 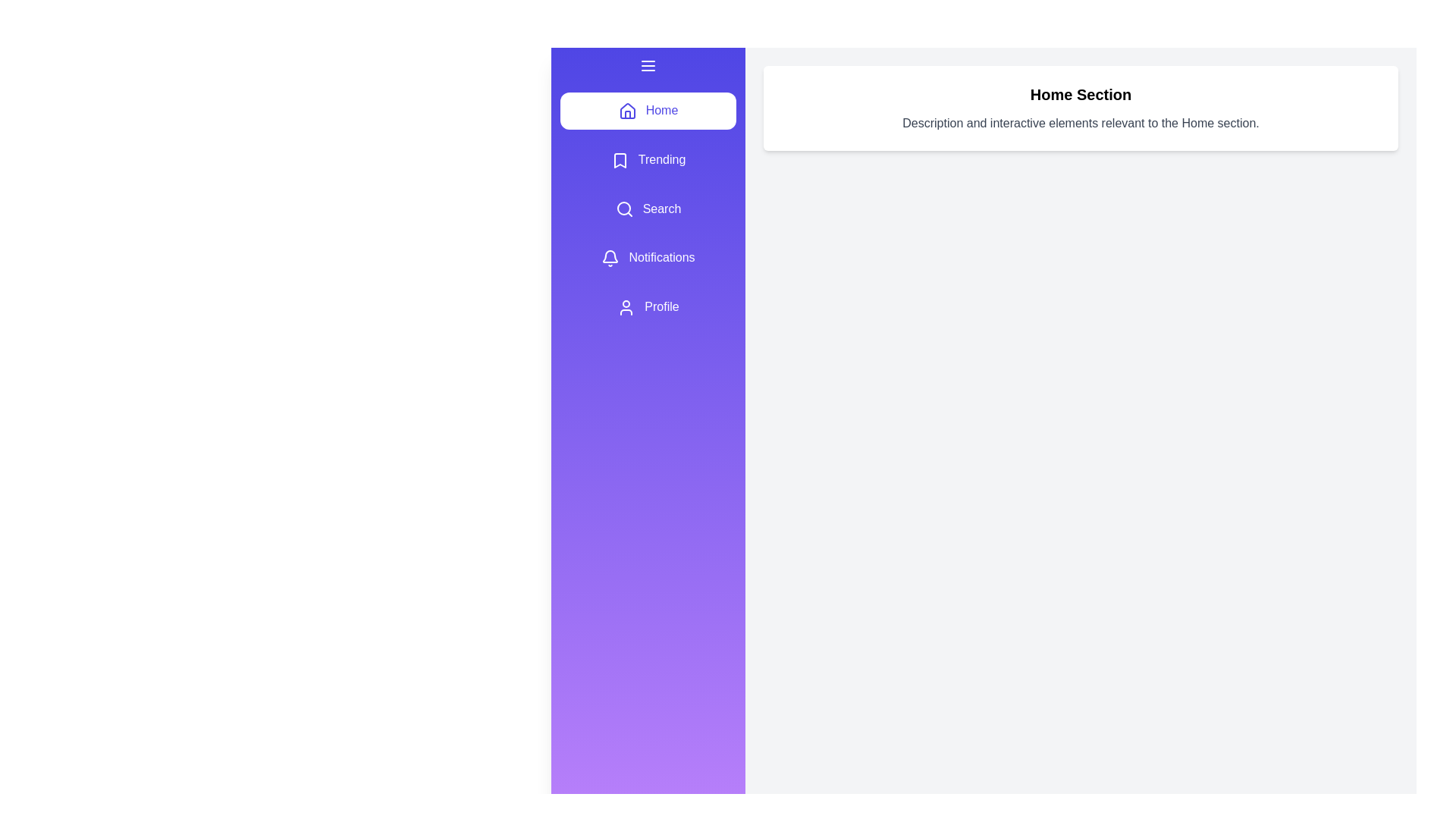 What do you see at coordinates (648, 65) in the screenshot?
I see `the menu icon to toggle the sidebar visibility` at bounding box center [648, 65].